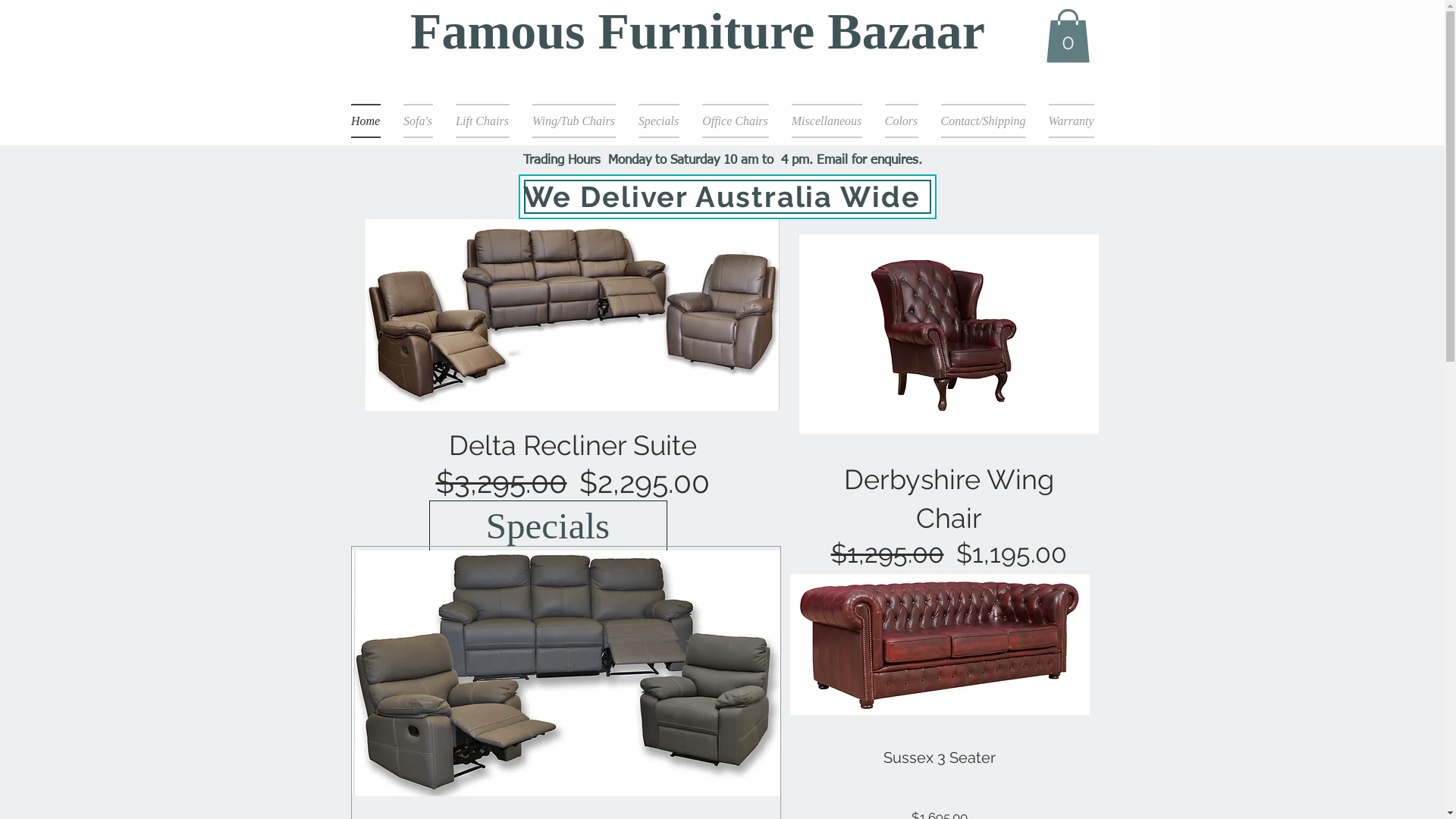 This screenshot has height=819, width=1456. I want to click on 'Warranty', so click(1065, 120).